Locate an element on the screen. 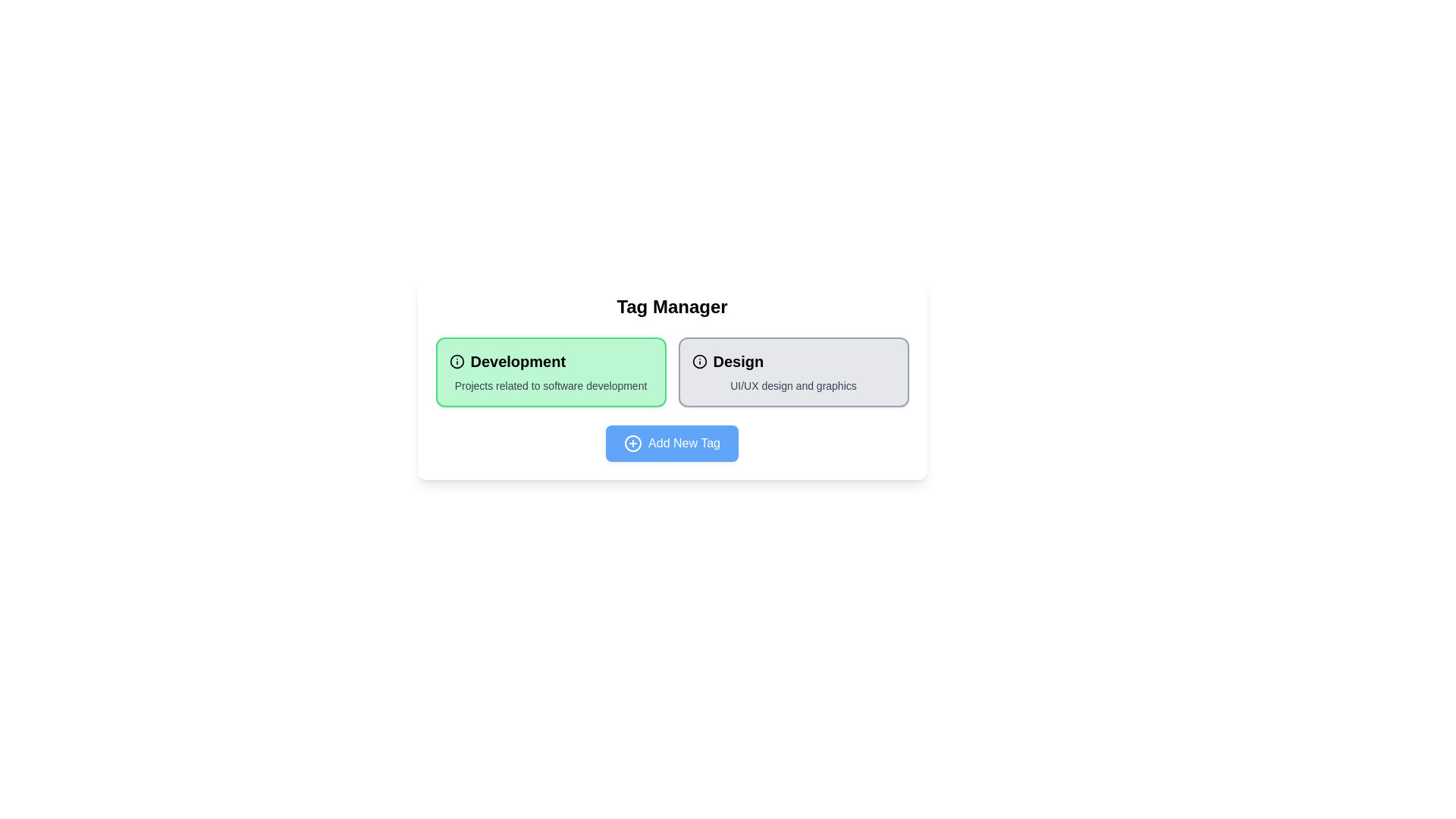 The height and width of the screenshot is (819, 1456). the information icon styled with a circular border and an 'i' symbol, located to the left of the text 'Development' within the green-highlighted box is located at coordinates (456, 362).